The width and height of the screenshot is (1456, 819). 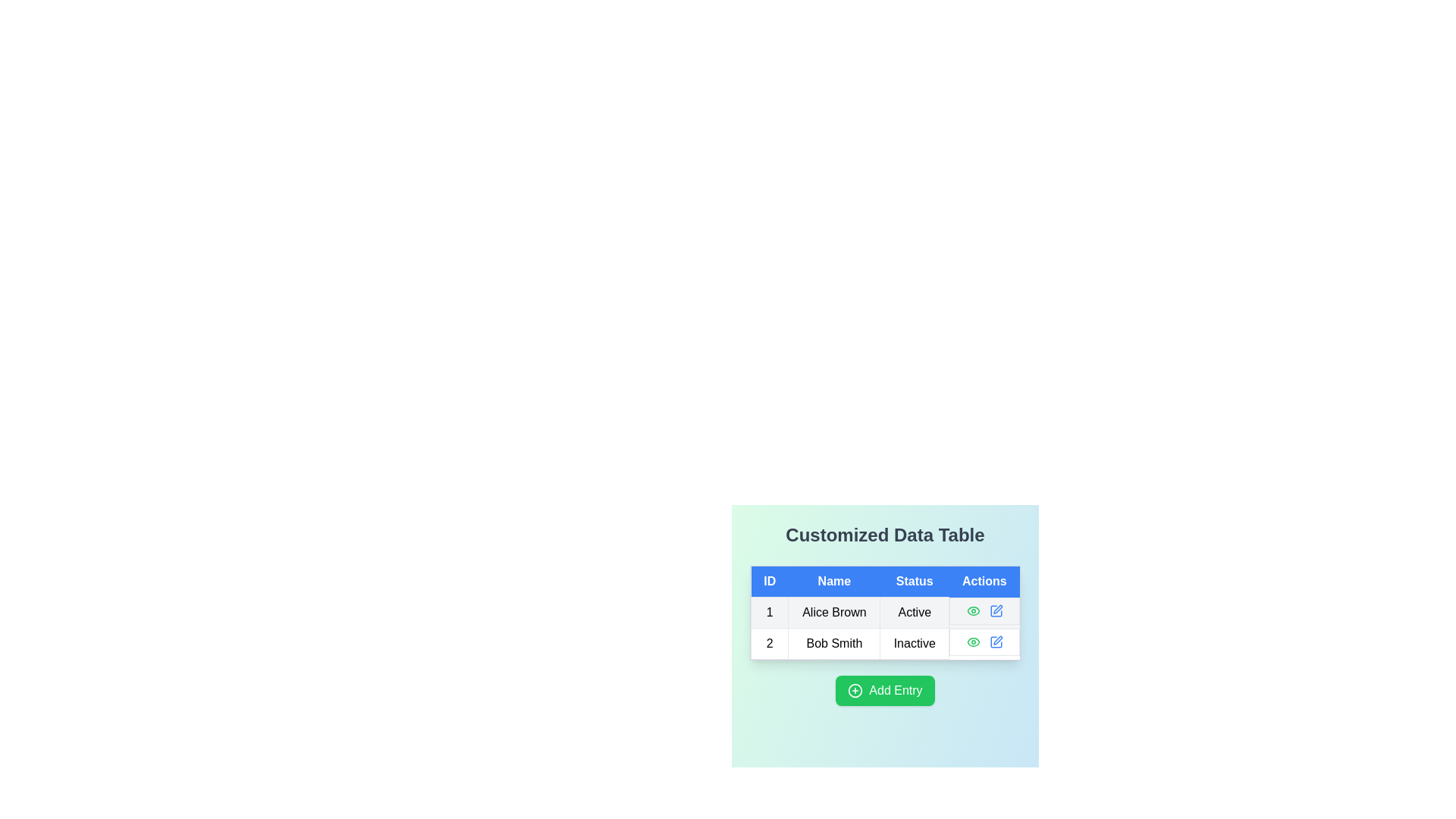 What do you see at coordinates (885, 628) in the screenshot?
I see `the second row in the data table containing the status indicator and action icons for viewing and editing functionalities` at bounding box center [885, 628].